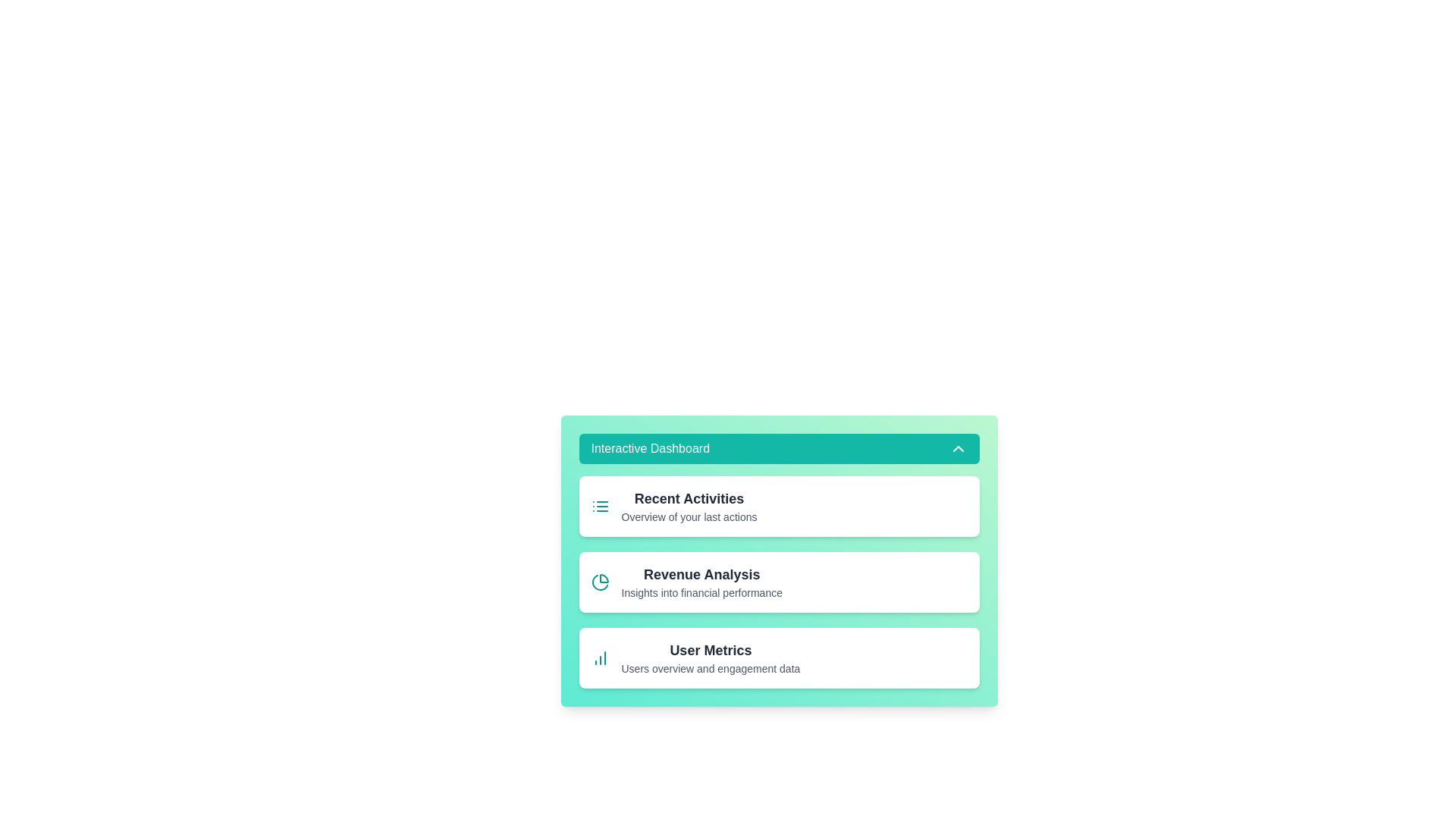  Describe the element at coordinates (599, 506) in the screenshot. I see `the icon of the widget Recent Activities to interact with it` at that location.